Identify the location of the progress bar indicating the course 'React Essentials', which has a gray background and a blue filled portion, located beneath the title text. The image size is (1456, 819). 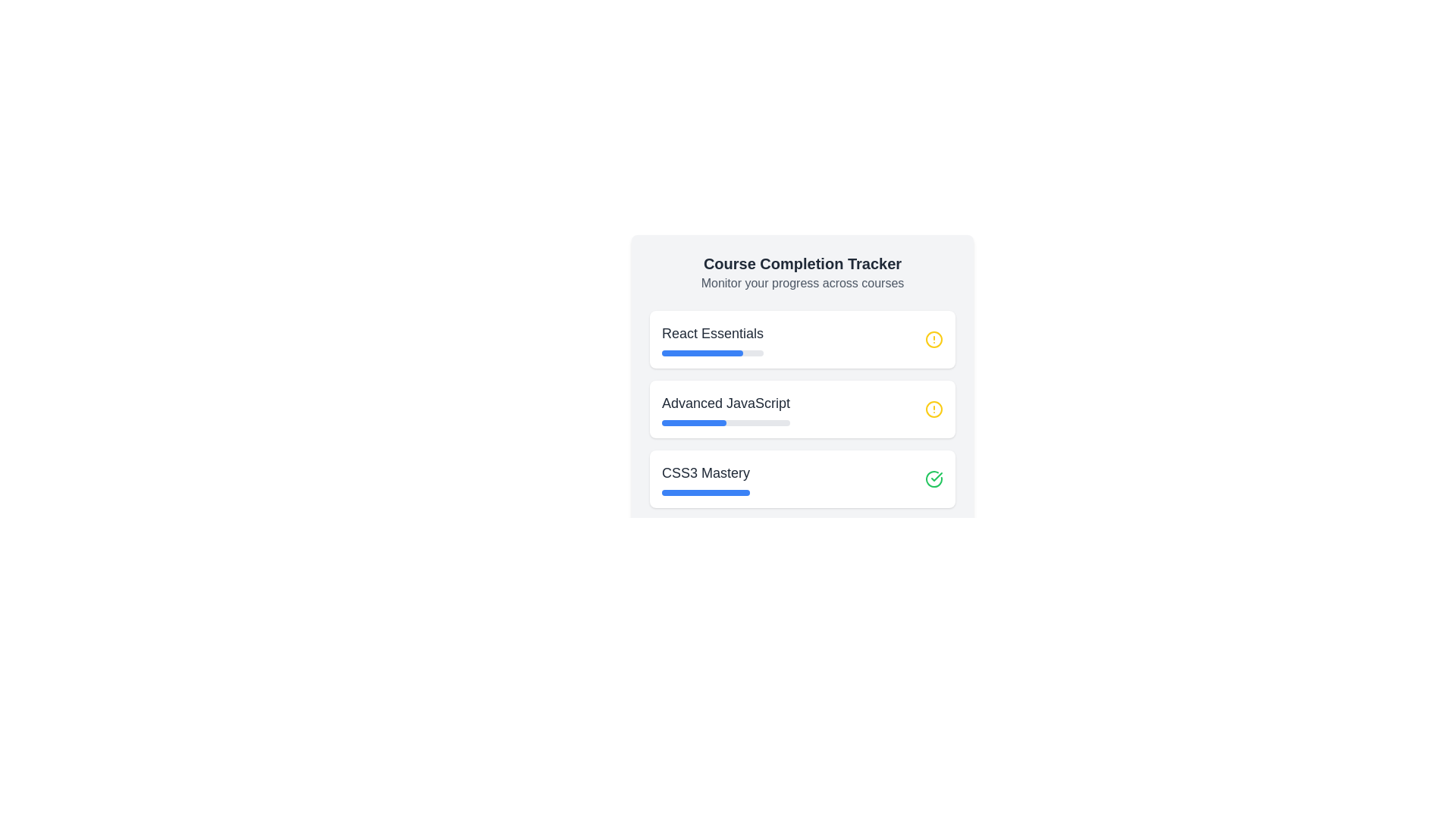
(712, 353).